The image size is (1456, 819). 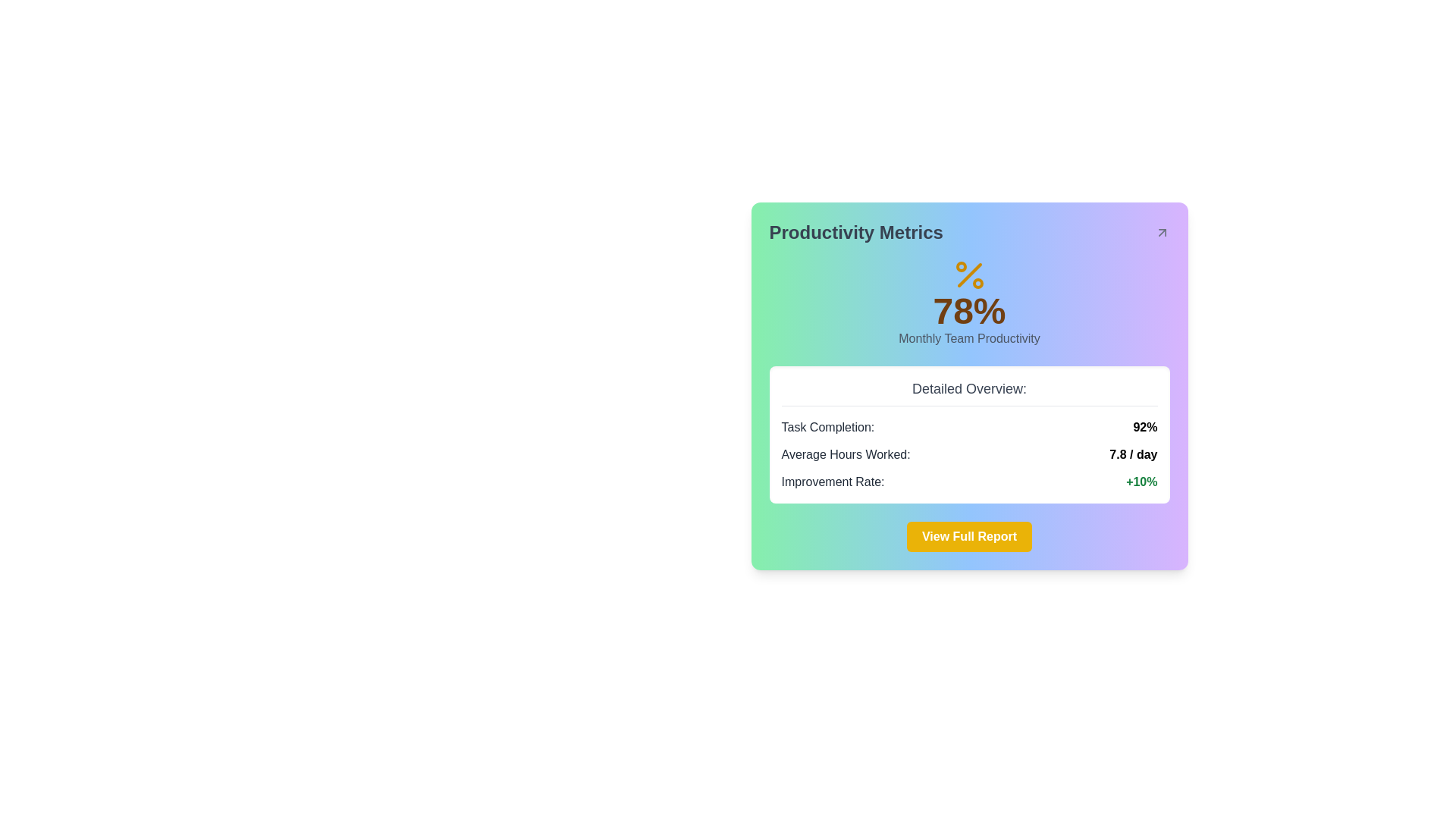 I want to click on the text label displaying 'Average Hours Worked:' which is styled in bold gray font and positioned towards the middle of the overview panel, so click(x=845, y=454).